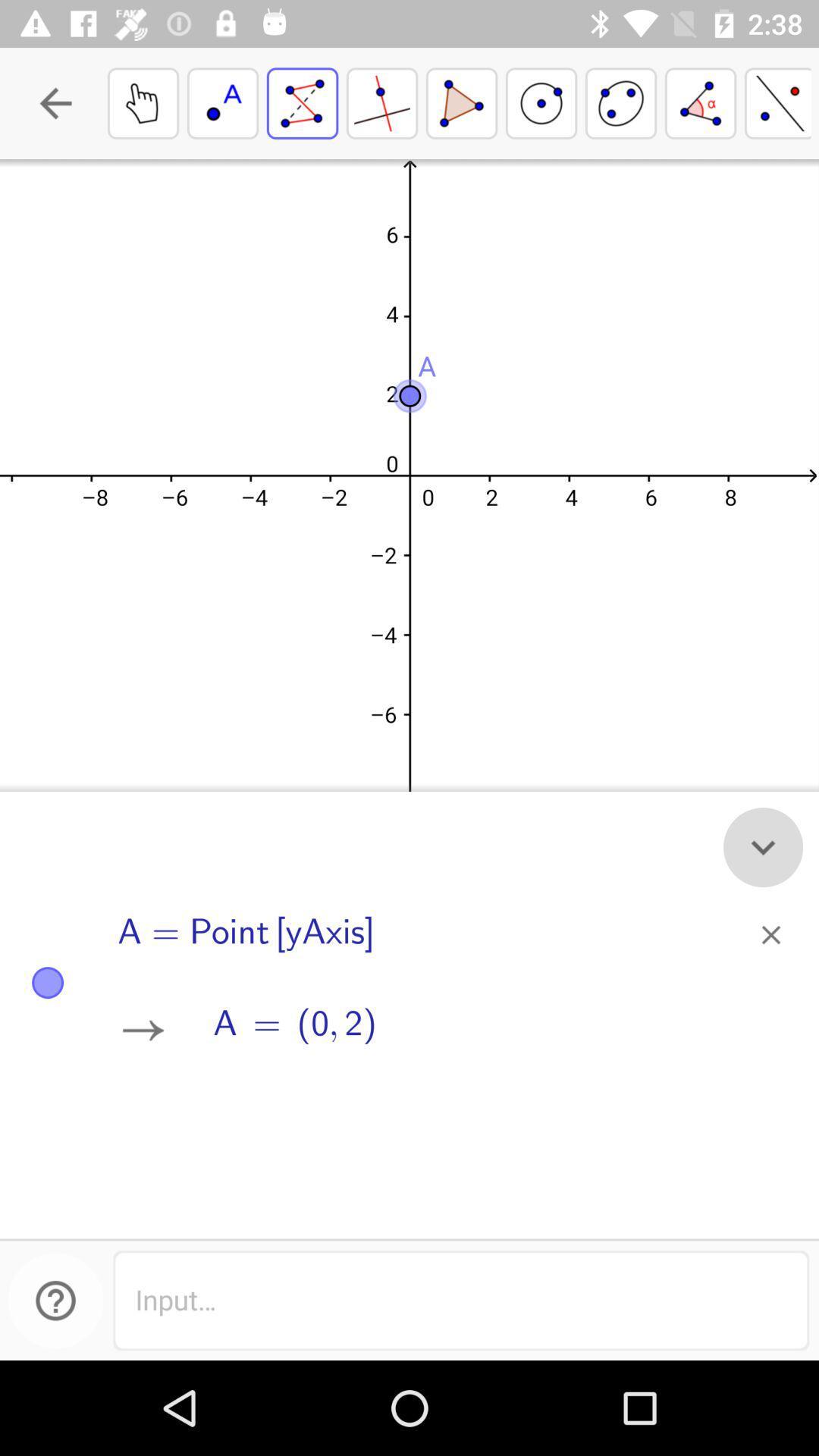 The height and width of the screenshot is (1456, 819). I want to click on the second box from top left corner, so click(222, 102).